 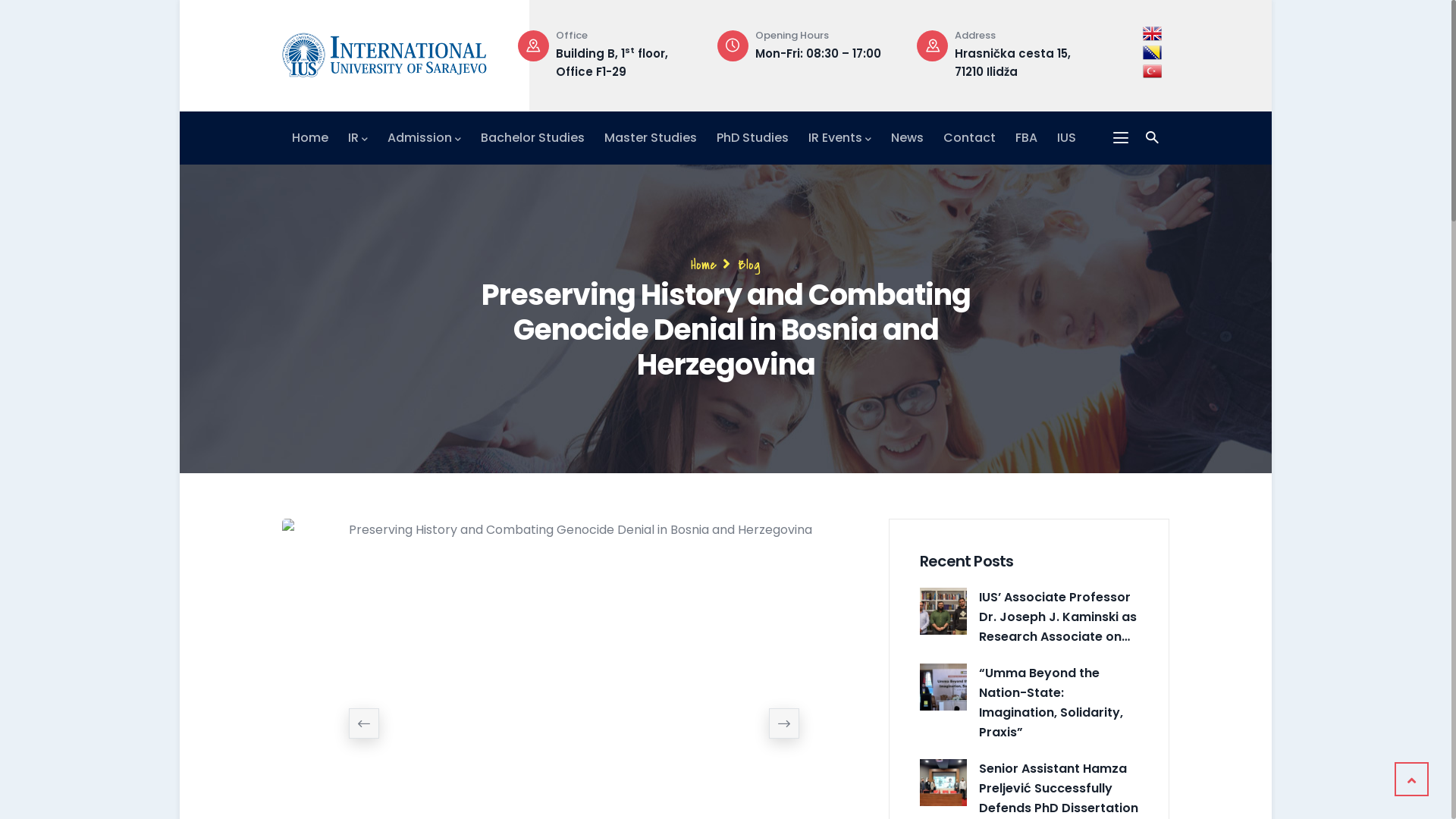 What do you see at coordinates (532, 137) in the screenshot?
I see `'Bachelor Studies'` at bounding box center [532, 137].